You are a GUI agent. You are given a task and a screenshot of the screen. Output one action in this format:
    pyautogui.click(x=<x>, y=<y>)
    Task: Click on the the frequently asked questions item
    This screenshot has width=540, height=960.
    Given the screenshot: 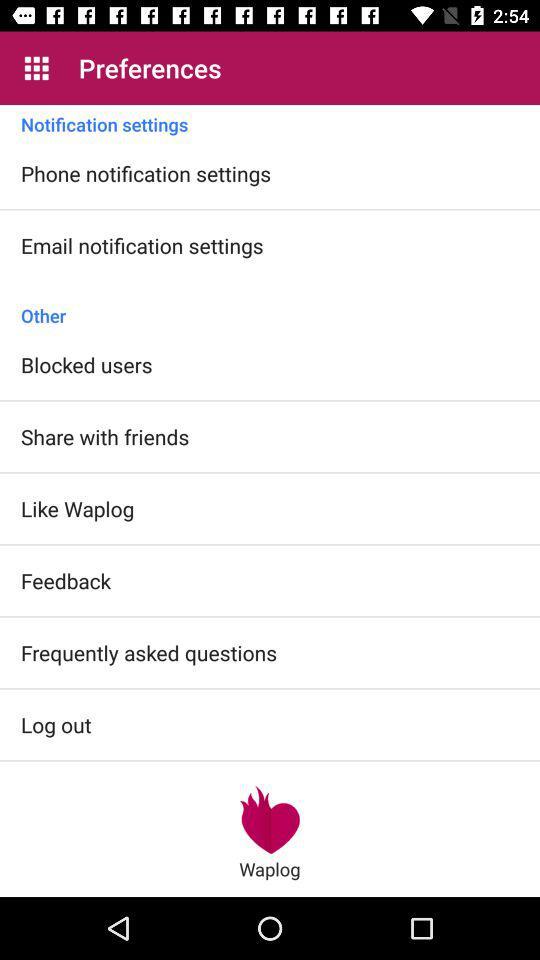 What is the action you would take?
    pyautogui.click(x=148, y=651)
    